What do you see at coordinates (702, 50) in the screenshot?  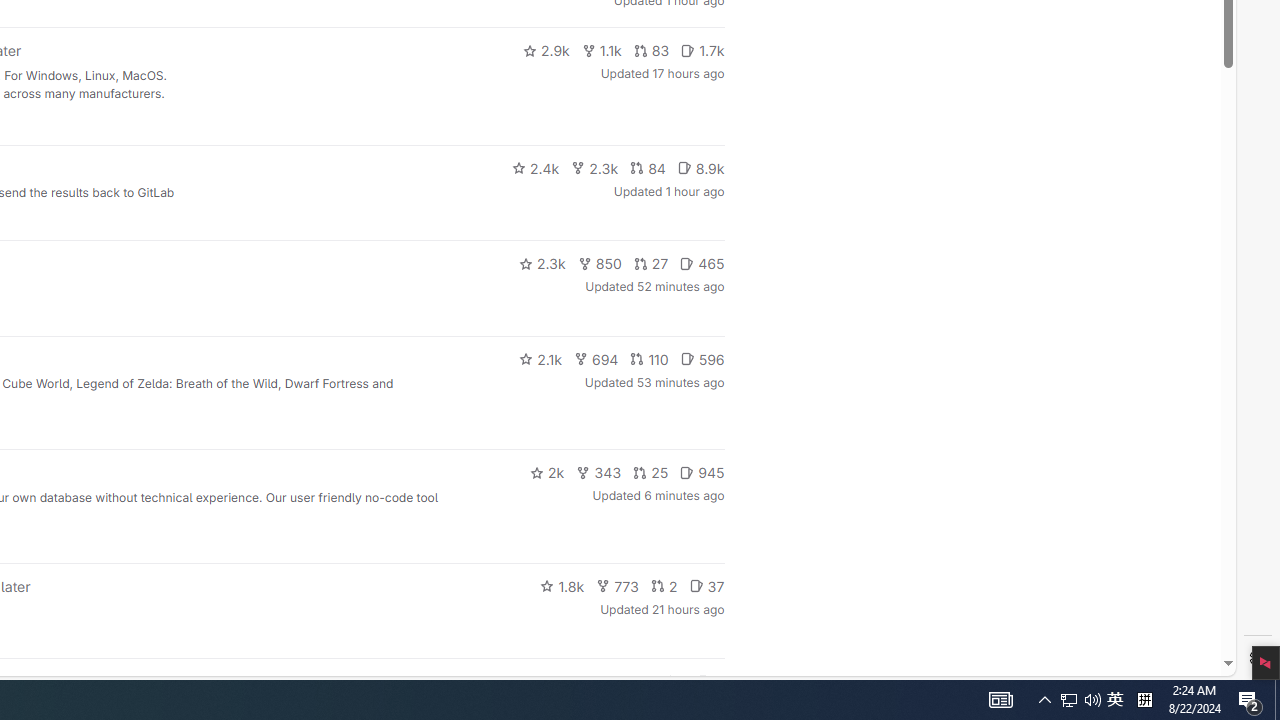 I see `'1.7k'` at bounding box center [702, 50].